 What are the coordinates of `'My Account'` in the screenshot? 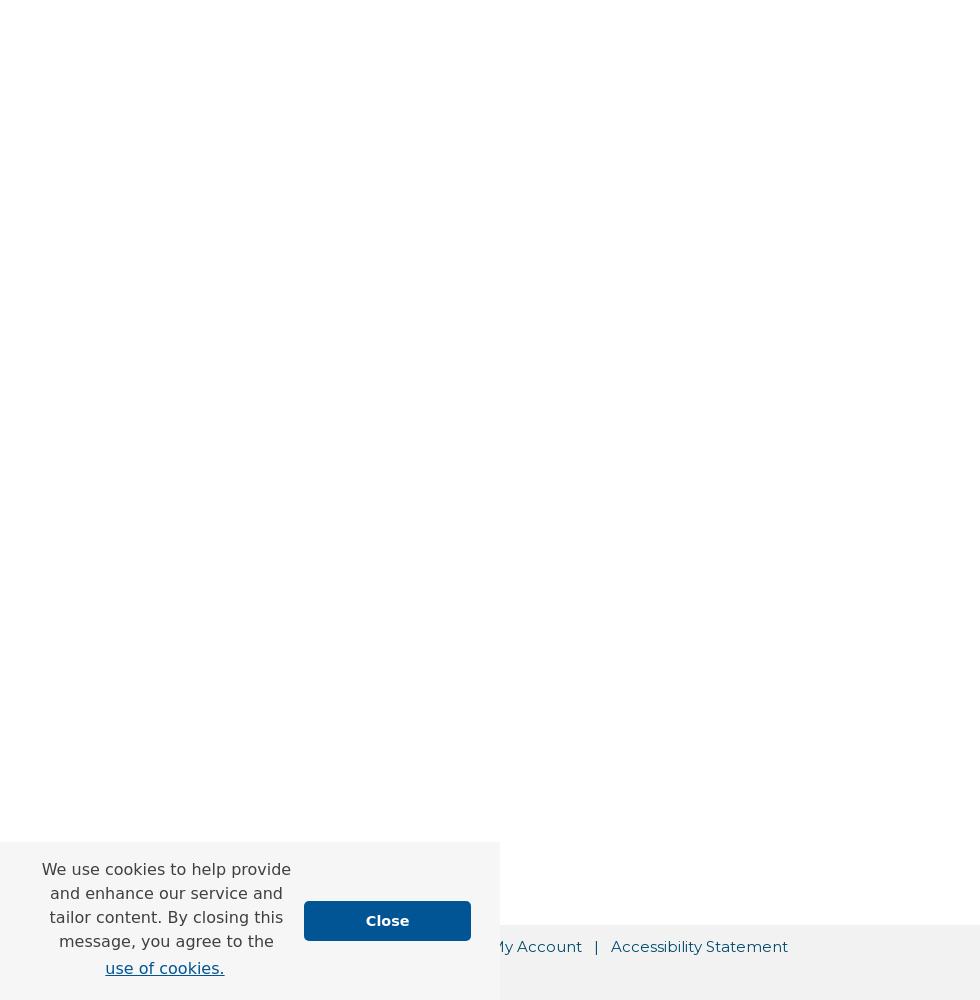 It's located at (535, 945).